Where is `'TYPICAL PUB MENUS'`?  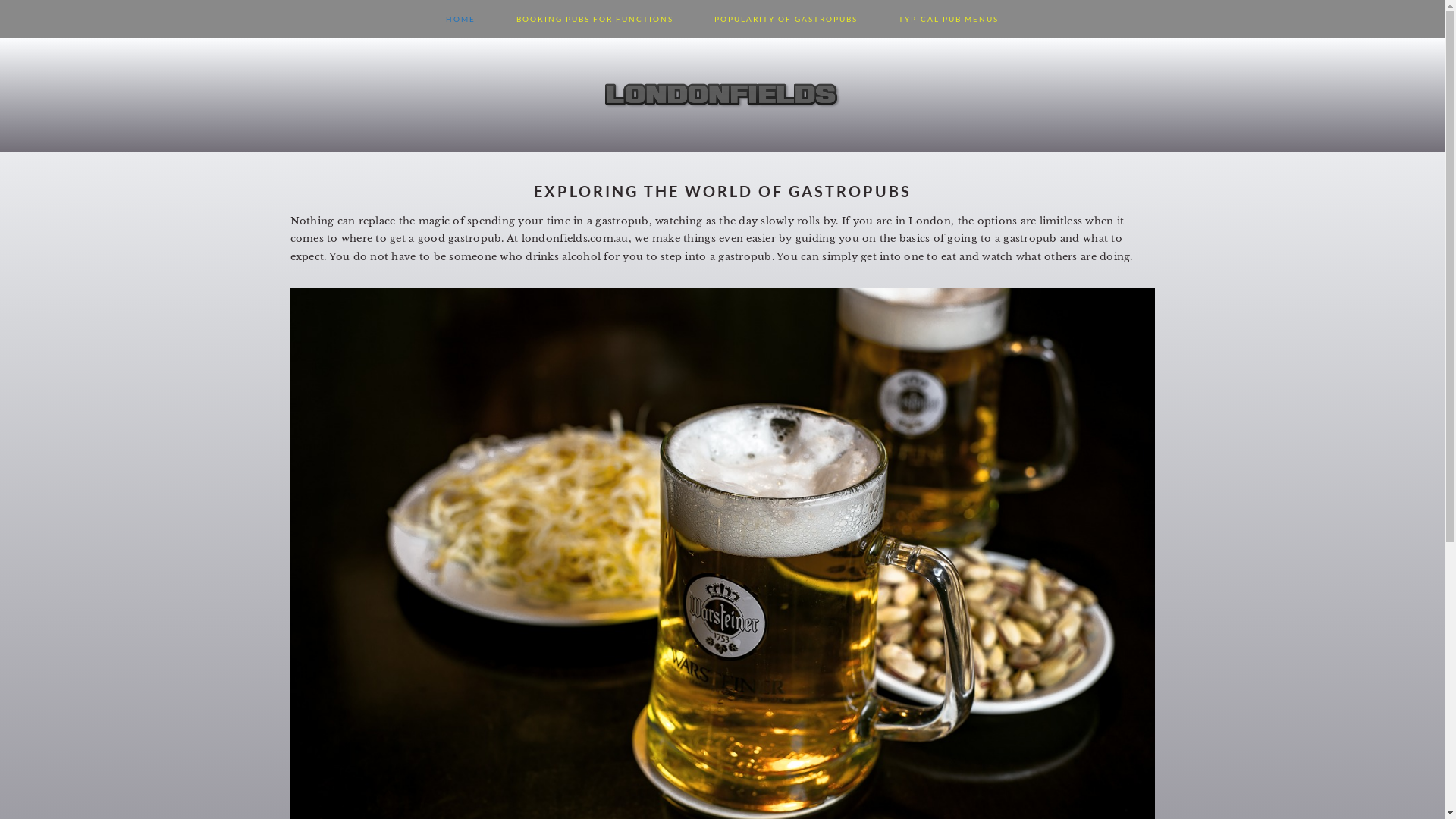
'TYPICAL PUB MENUS' is located at coordinates (948, 18).